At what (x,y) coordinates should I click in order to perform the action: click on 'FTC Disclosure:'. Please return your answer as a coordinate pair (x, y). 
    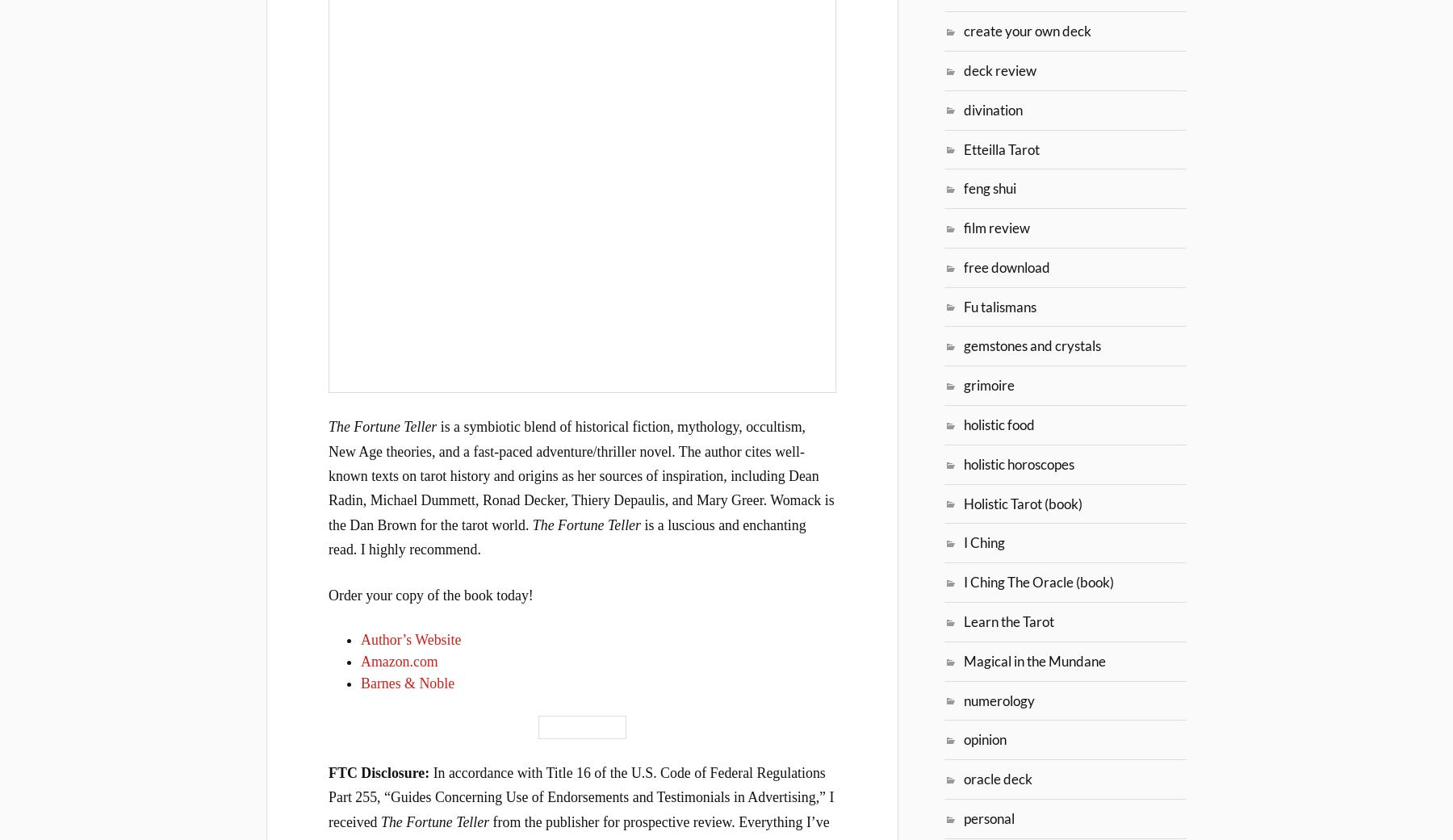
    Looking at the image, I should click on (379, 771).